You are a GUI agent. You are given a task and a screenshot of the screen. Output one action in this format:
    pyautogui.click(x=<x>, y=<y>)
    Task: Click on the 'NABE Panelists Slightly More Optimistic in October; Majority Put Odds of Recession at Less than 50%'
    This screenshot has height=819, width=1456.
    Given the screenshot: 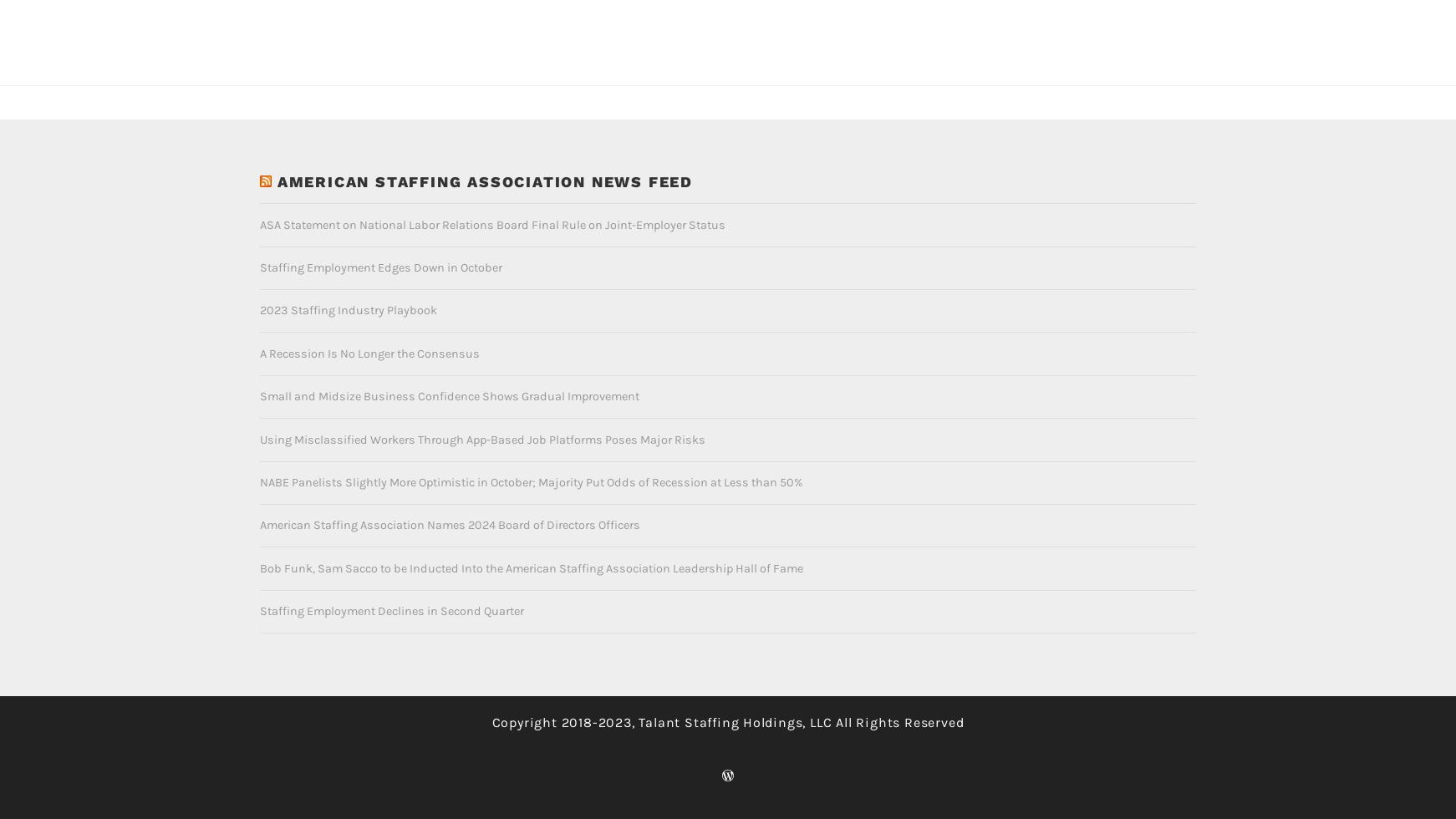 What is the action you would take?
    pyautogui.click(x=530, y=455)
    